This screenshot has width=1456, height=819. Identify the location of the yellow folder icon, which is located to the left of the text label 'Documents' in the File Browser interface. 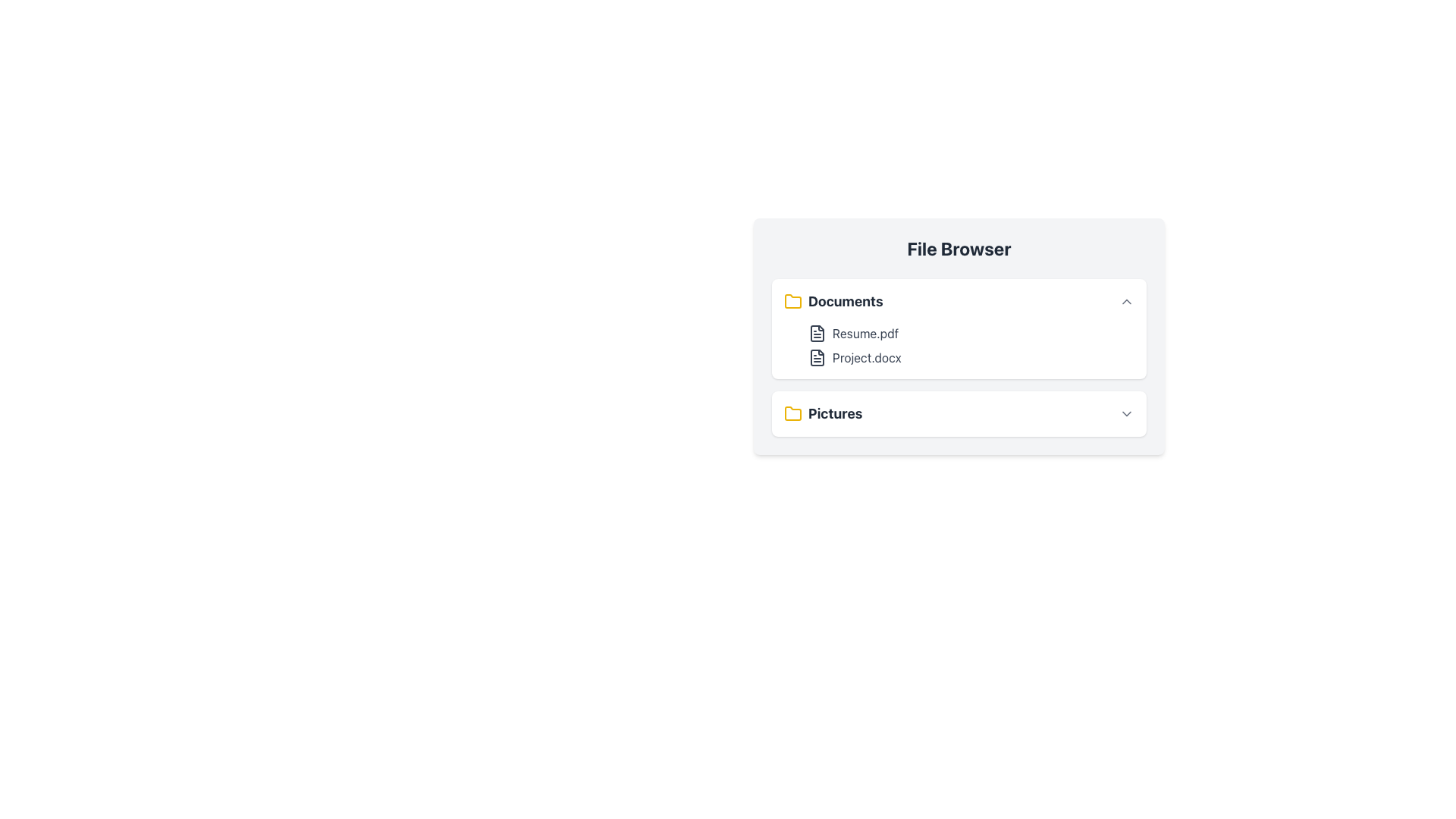
(792, 301).